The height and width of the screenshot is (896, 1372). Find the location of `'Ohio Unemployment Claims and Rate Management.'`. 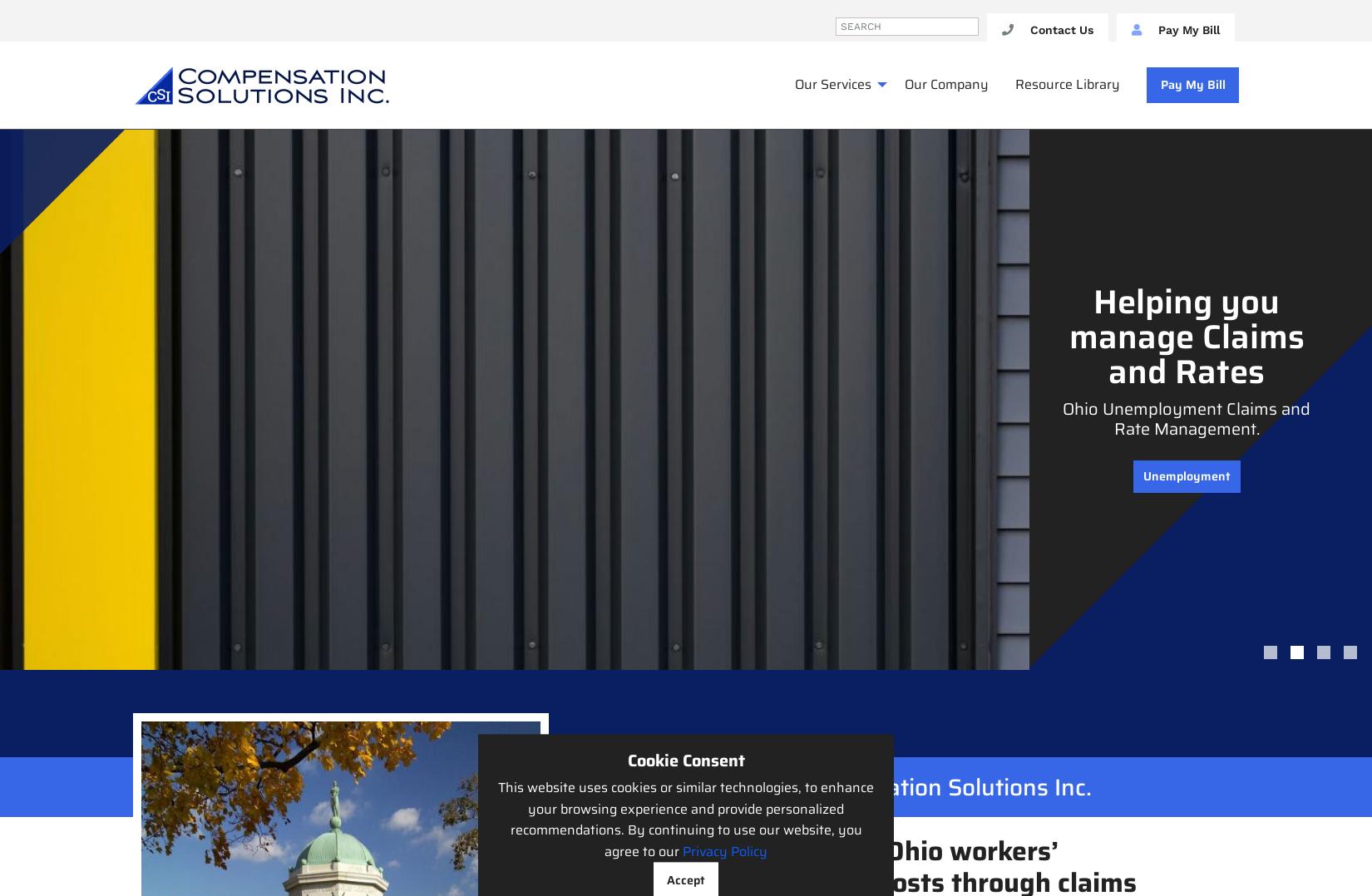

'Ohio Unemployment Claims and Rate Management.' is located at coordinates (1061, 418).